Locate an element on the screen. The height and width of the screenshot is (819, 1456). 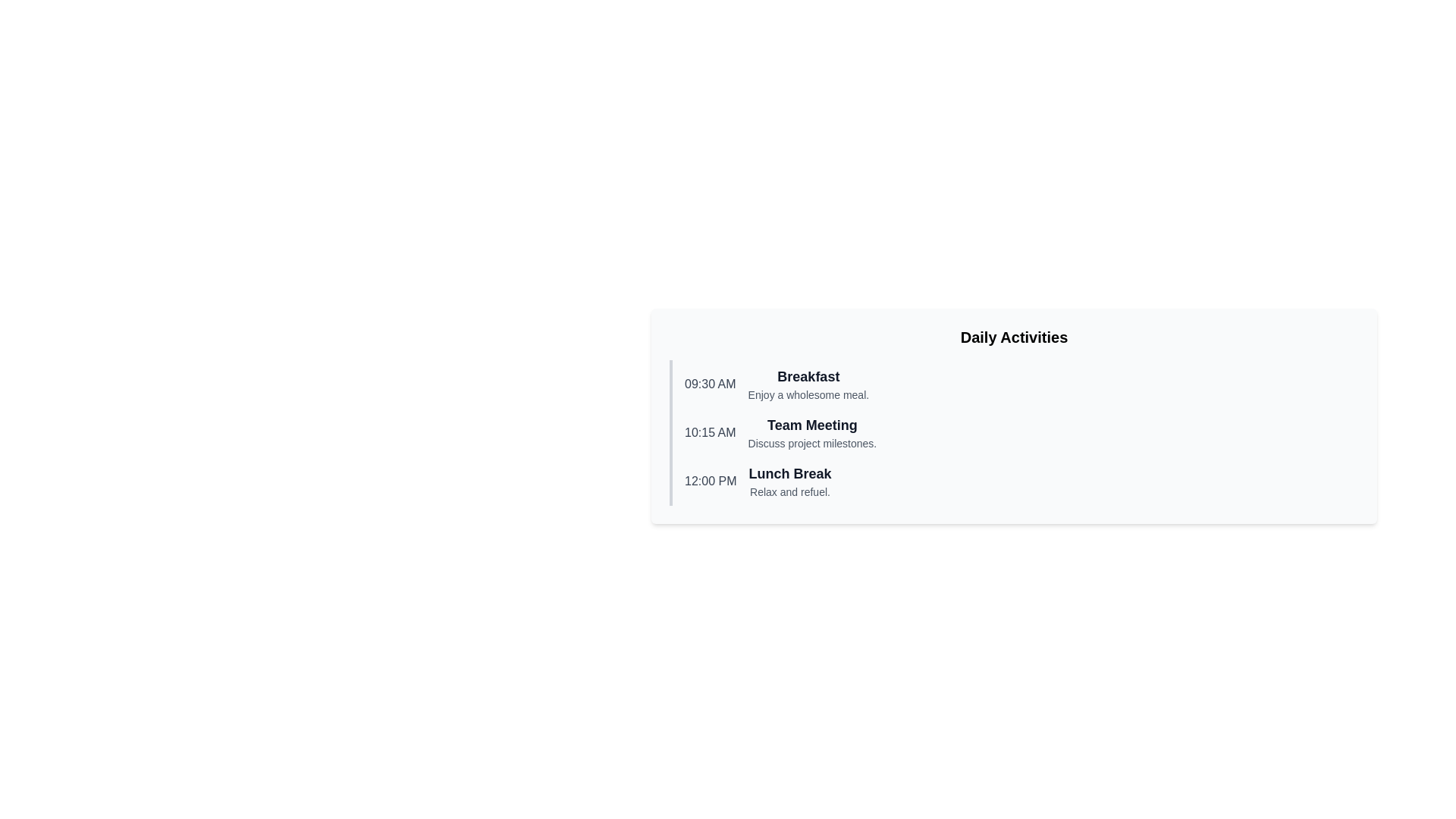
the text label displaying 'Team Meeting', which is prominently styled in bold and larger font size within the 'Daily Activities' section is located at coordinates (811, 425).